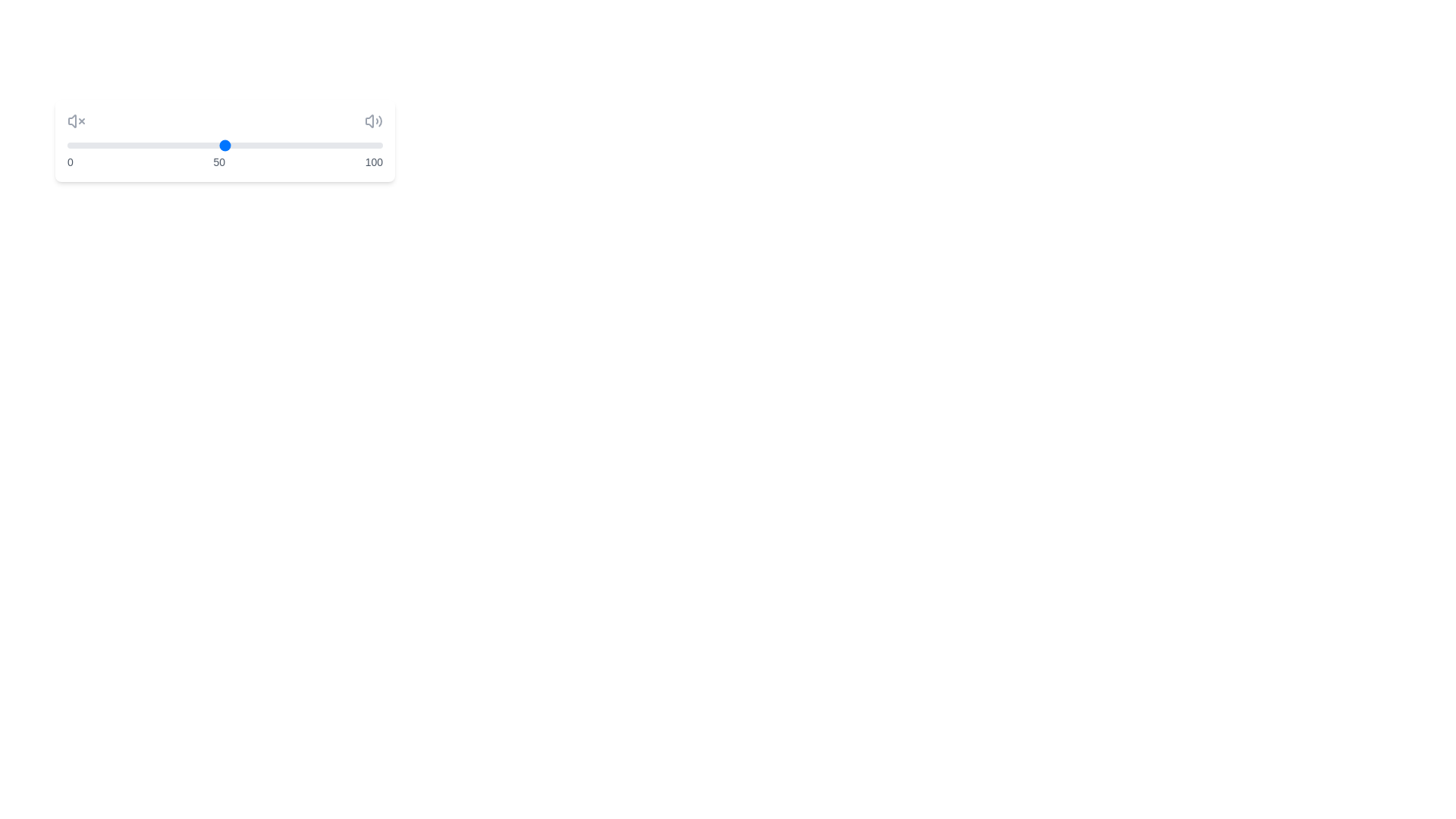 This screenshot has width=1456, height=819. I want to click on the slider to set the volume to 15%, so click(114, 146).